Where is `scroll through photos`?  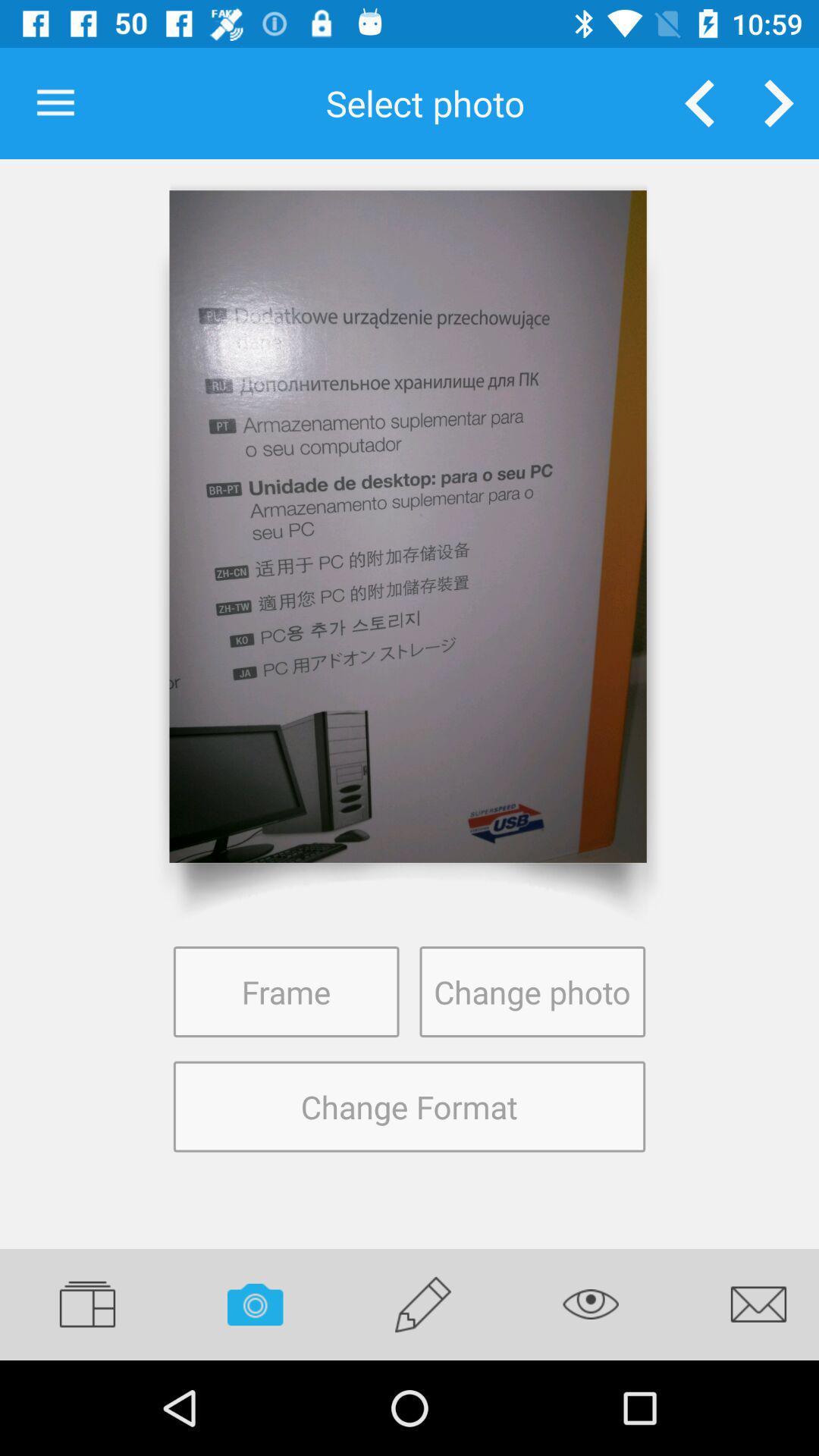
scroll through photos is located at coordinates (779, 102).